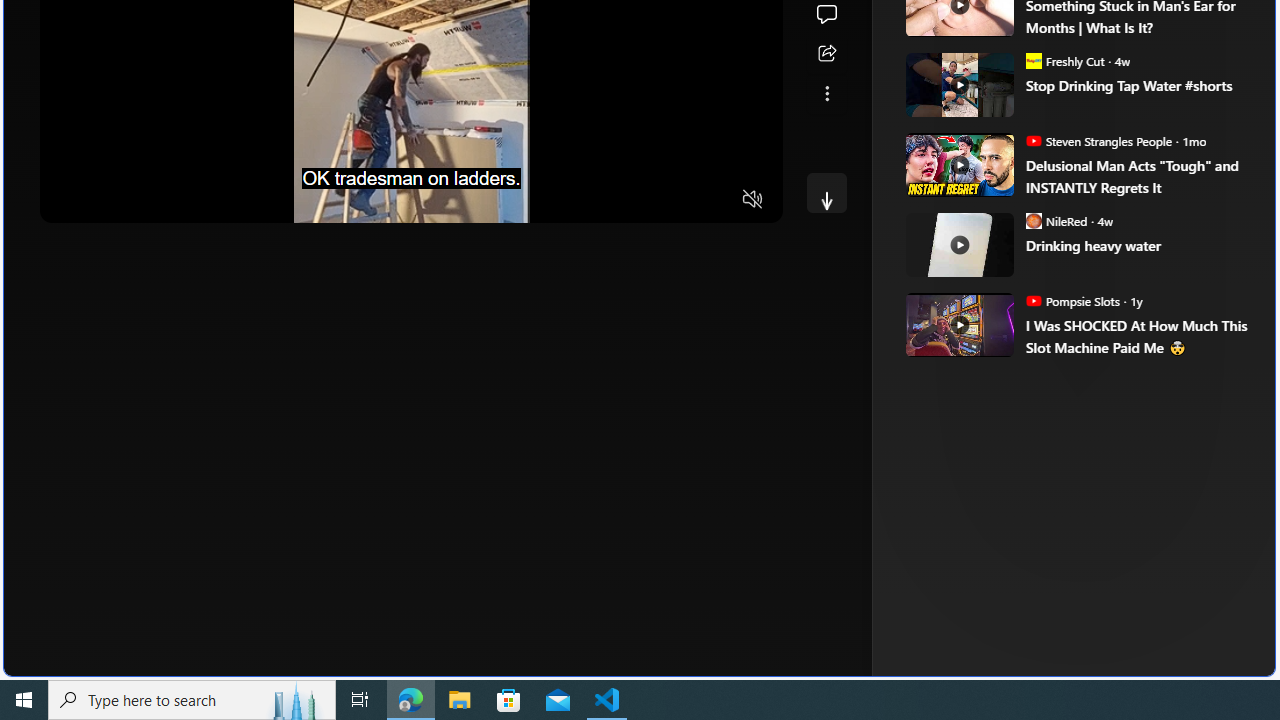 The image size is (1280, 720). What do you see at coordinates (826, 53) in the screenshot?
I see `'Share this story'` at bounding box center [826, 53].